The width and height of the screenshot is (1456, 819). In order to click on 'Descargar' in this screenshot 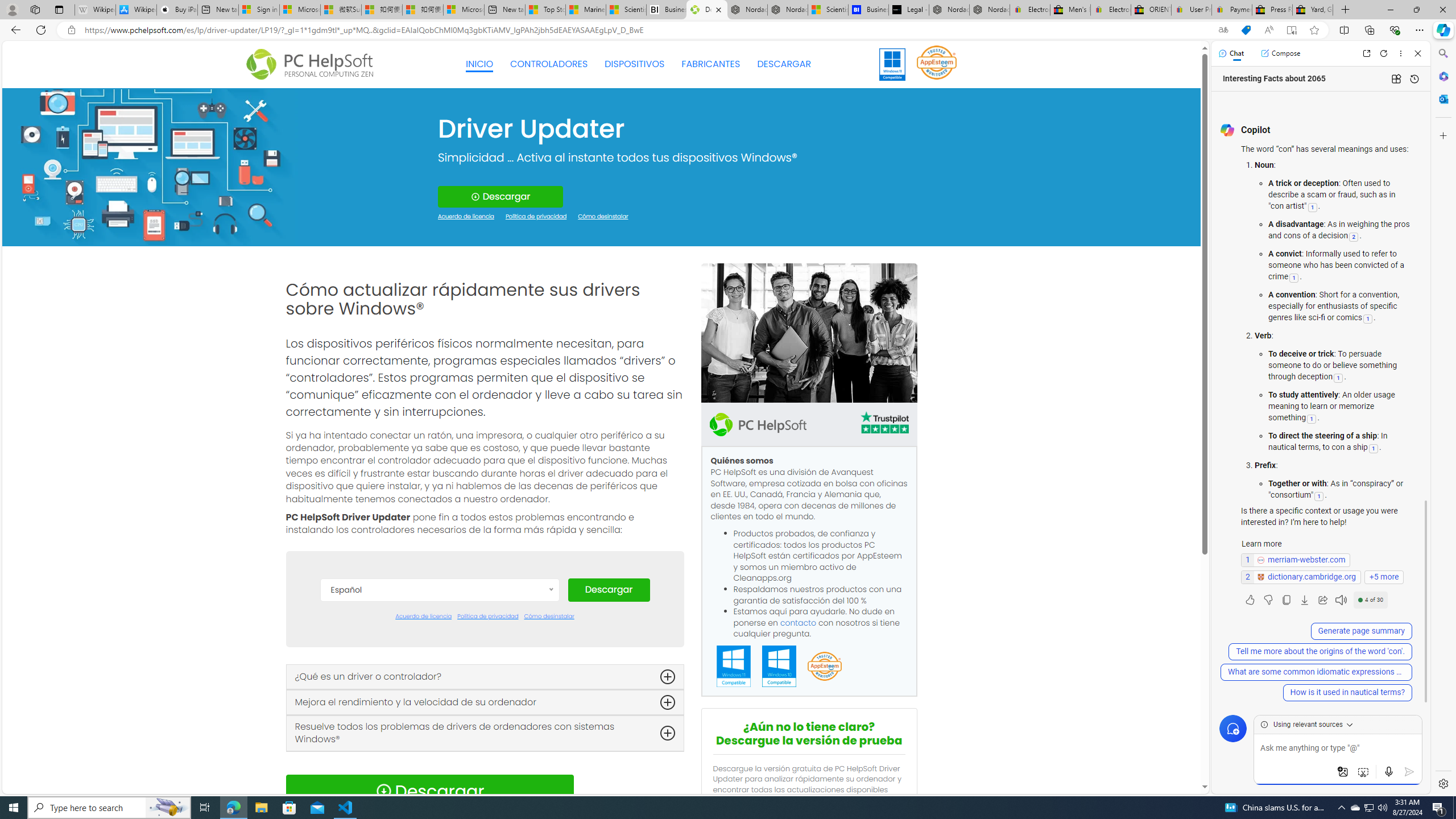, I will do `click(608, 590)`.